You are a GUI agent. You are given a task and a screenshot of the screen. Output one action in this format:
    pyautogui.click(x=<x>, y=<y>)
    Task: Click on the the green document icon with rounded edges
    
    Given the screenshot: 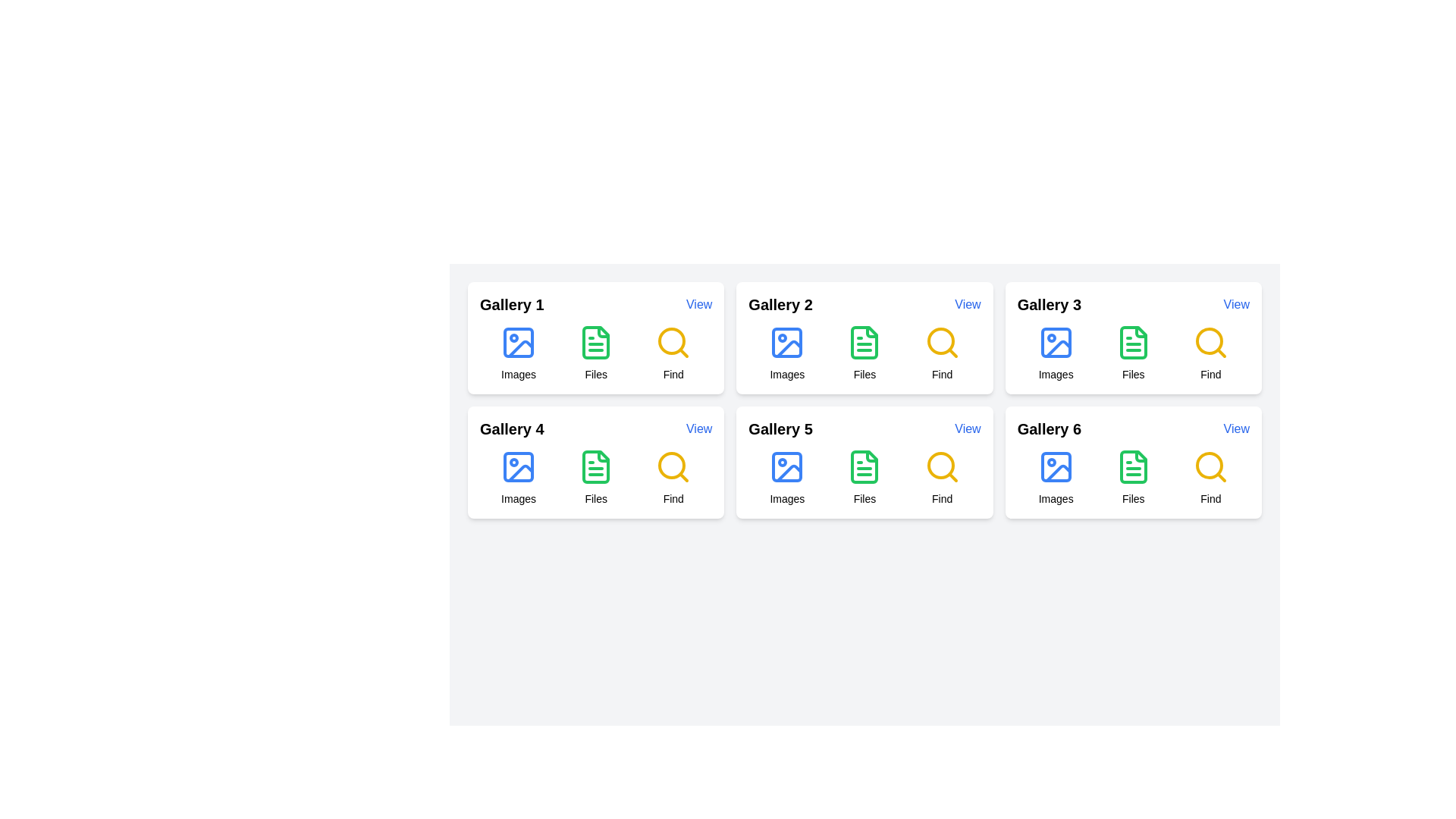 What is the action you would take?
    pyautogui.click(x=1133, y=466)
    